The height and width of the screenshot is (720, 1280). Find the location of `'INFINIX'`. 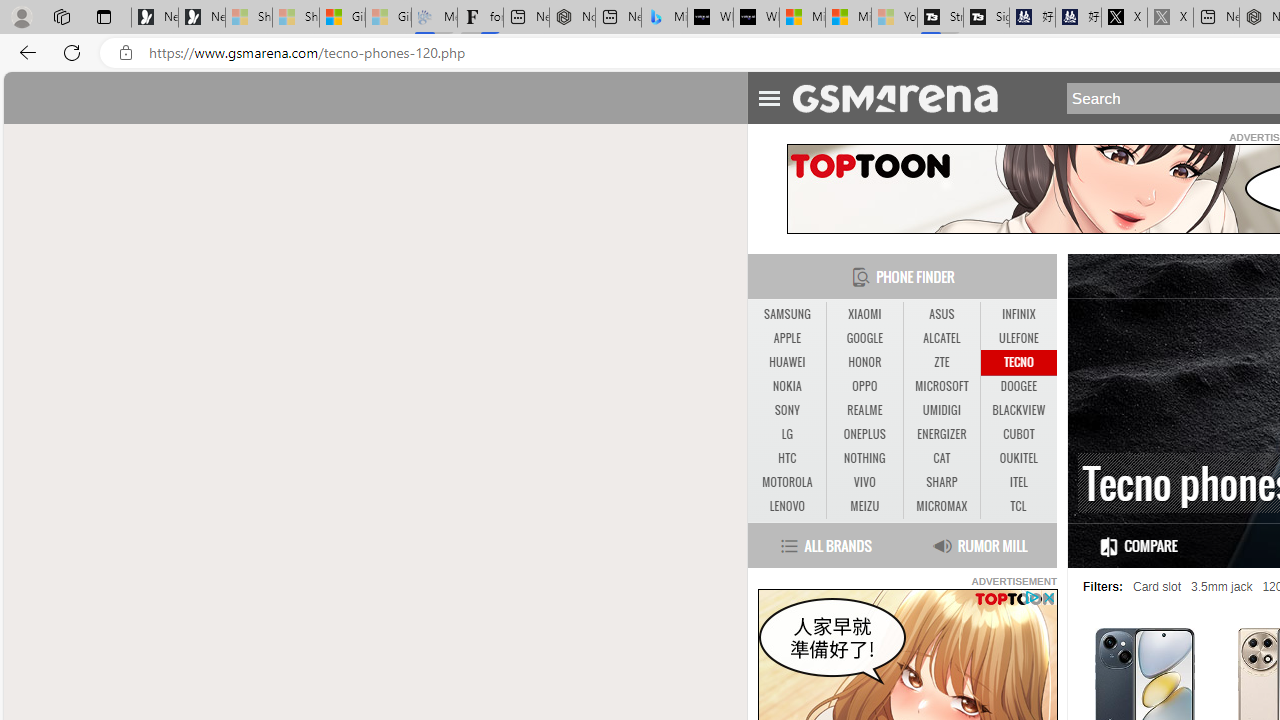

'INFINIX' is located at coordinates (1018, 314).